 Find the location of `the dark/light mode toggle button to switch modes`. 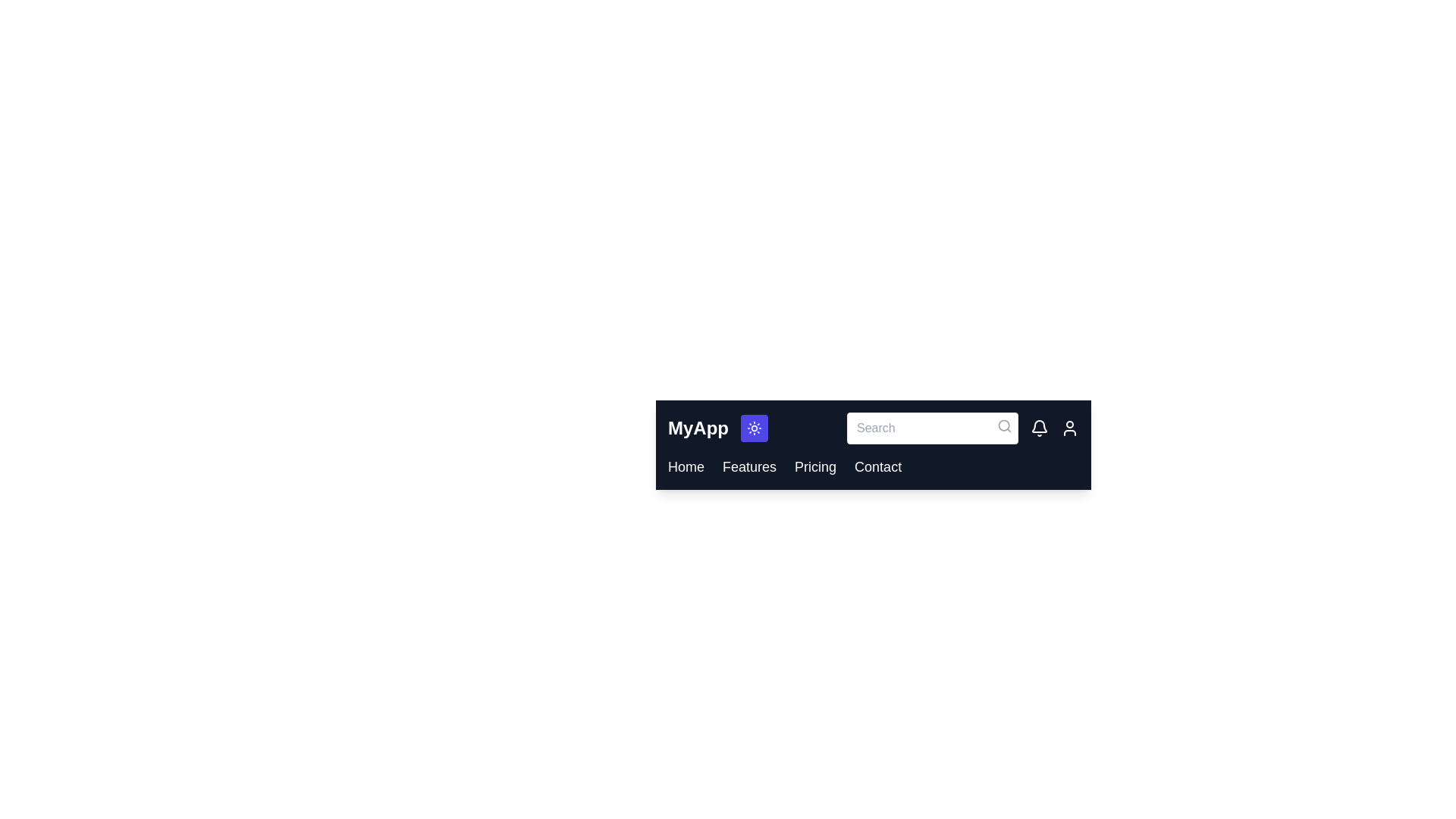

the dark/light mode toggle button to switch modes is located at coordinates (754, 428).